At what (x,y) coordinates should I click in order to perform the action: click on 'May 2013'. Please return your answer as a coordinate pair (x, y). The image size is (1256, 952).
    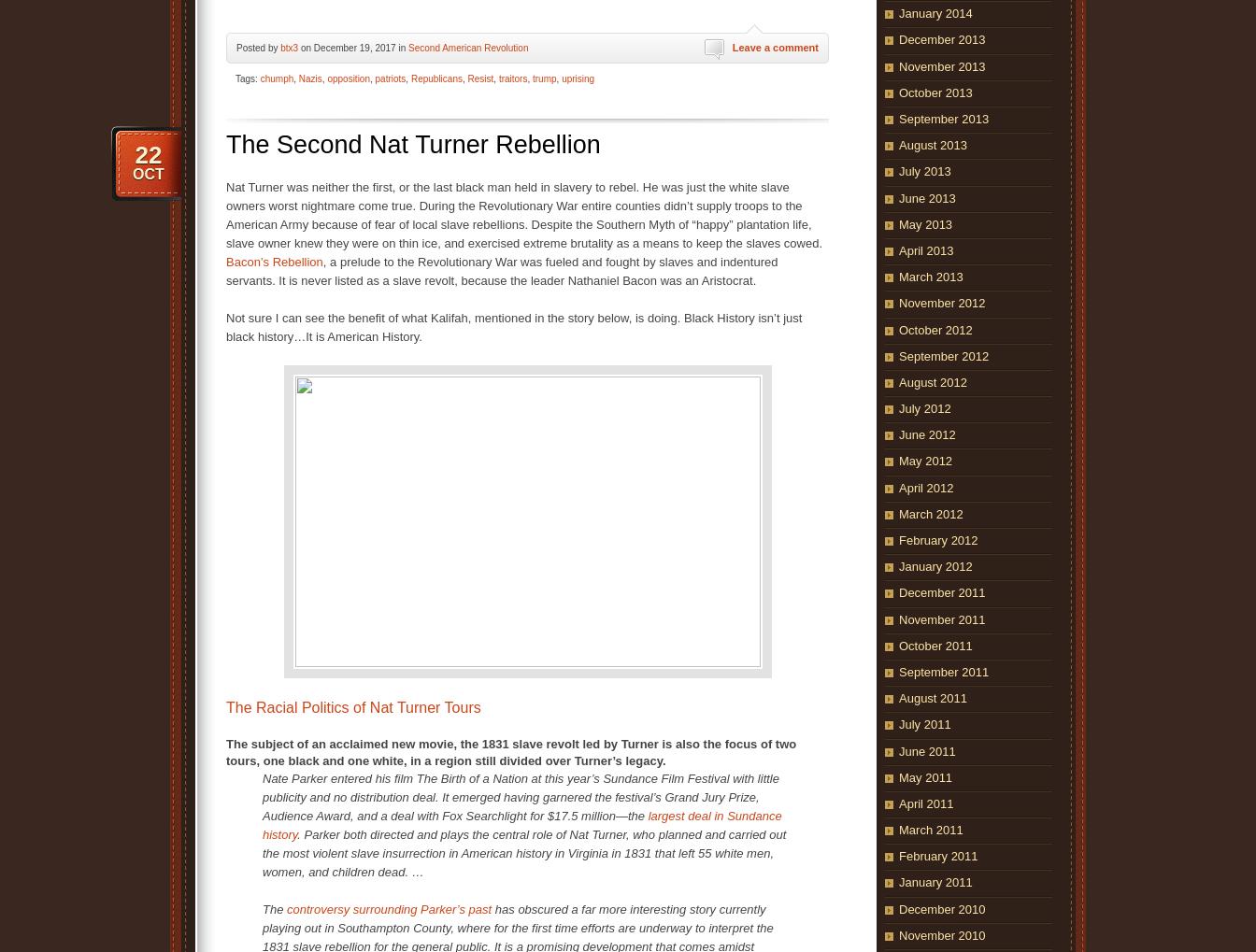
    Looking at the image, I should click on (899, 223).